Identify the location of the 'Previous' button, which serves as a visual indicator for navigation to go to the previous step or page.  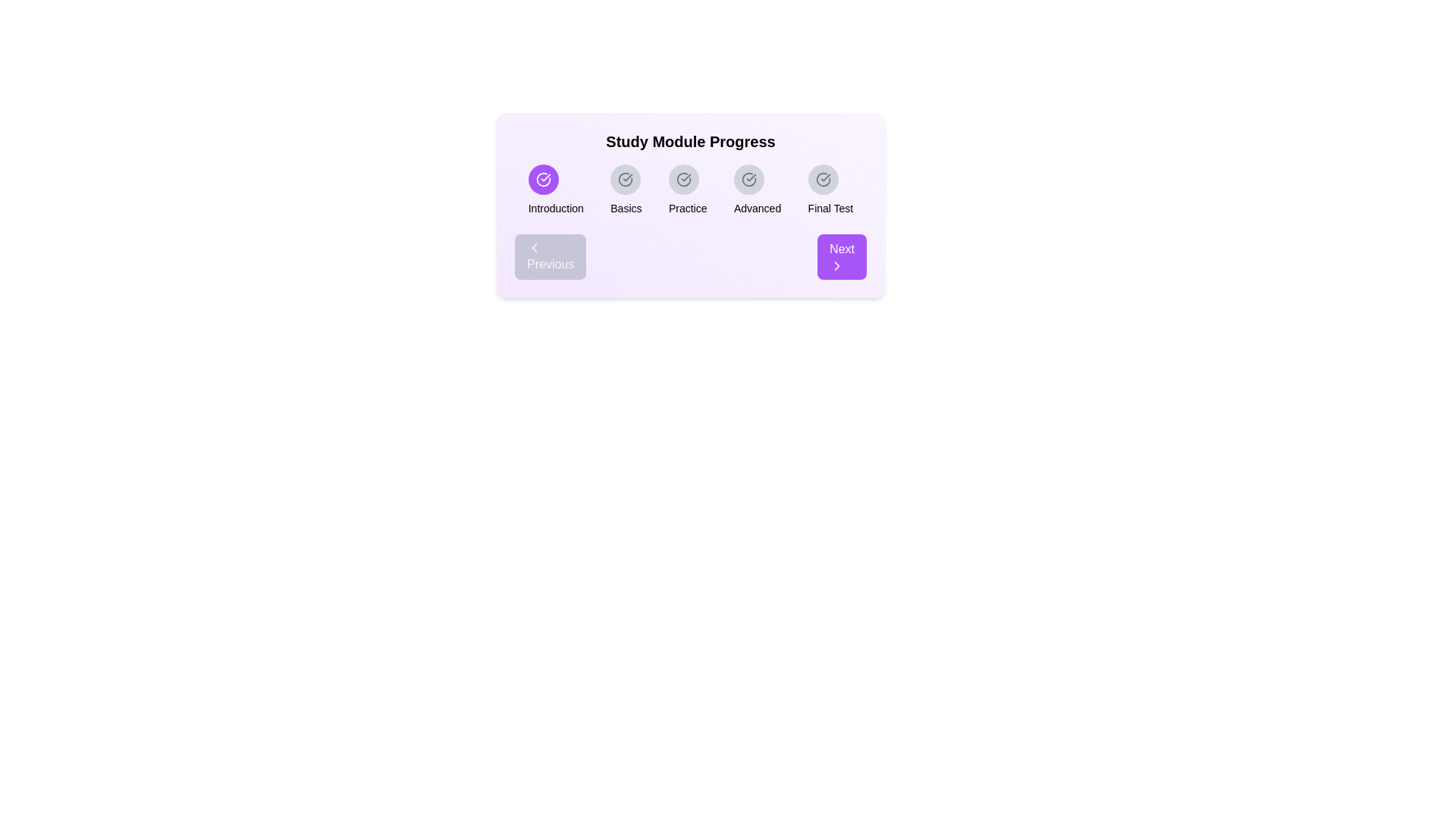
(535, 247).